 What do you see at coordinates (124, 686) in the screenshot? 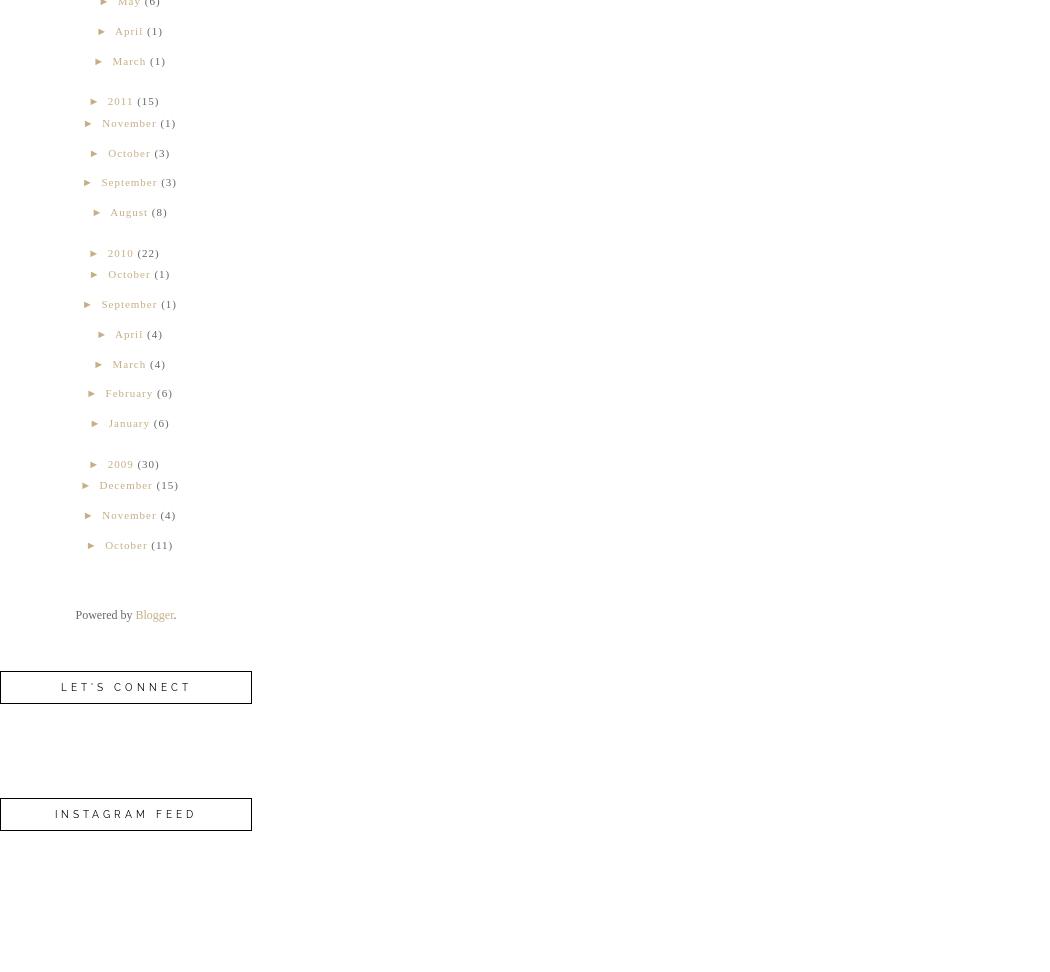
I see `'Let's Connect'` at bounding box center [124, 686].